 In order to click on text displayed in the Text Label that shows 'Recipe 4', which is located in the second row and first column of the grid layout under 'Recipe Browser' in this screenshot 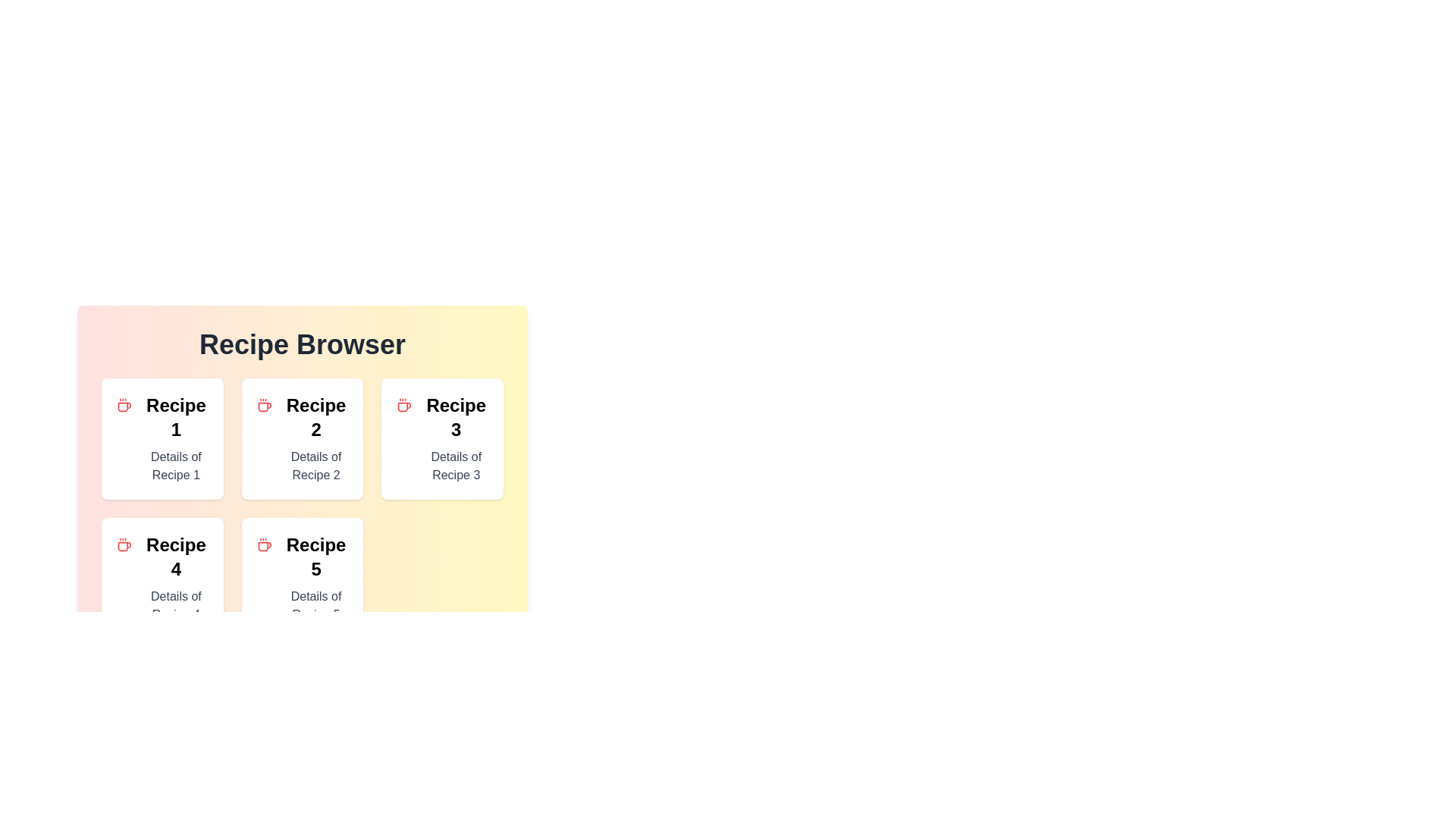, I will do `click(176, 557)`.